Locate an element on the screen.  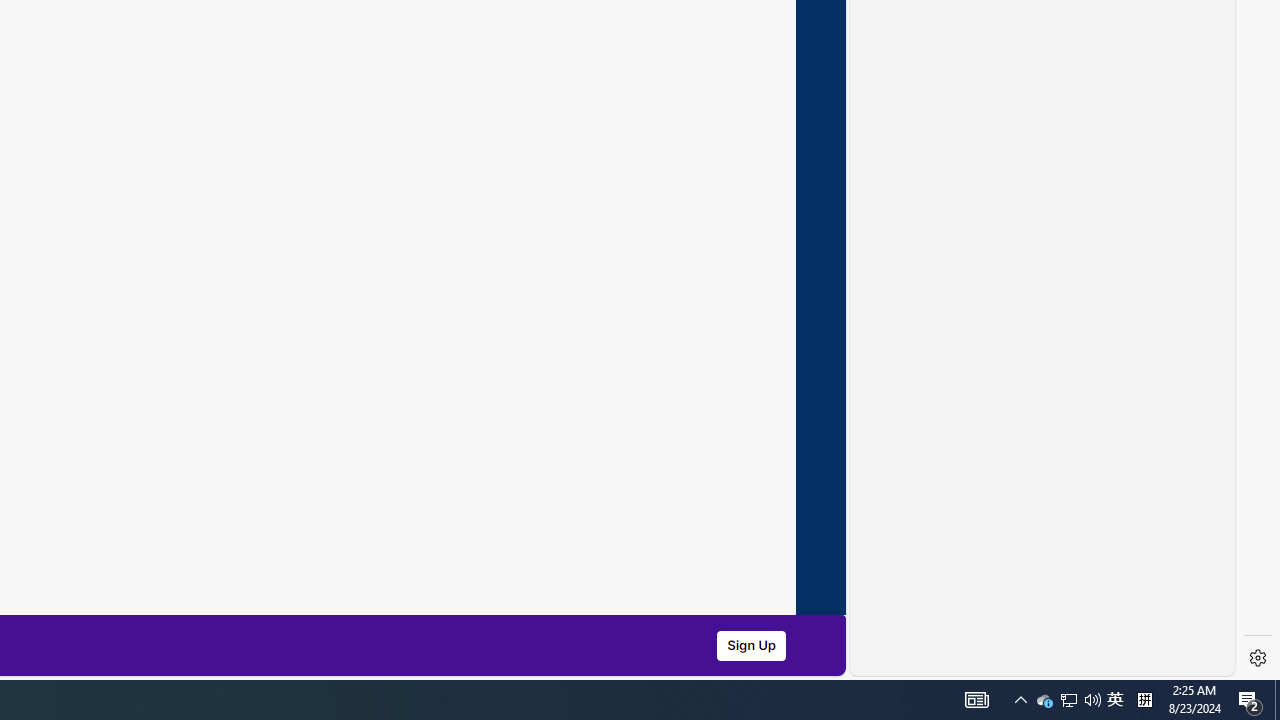
'Sign Up' is located at coordinates (750, 645).